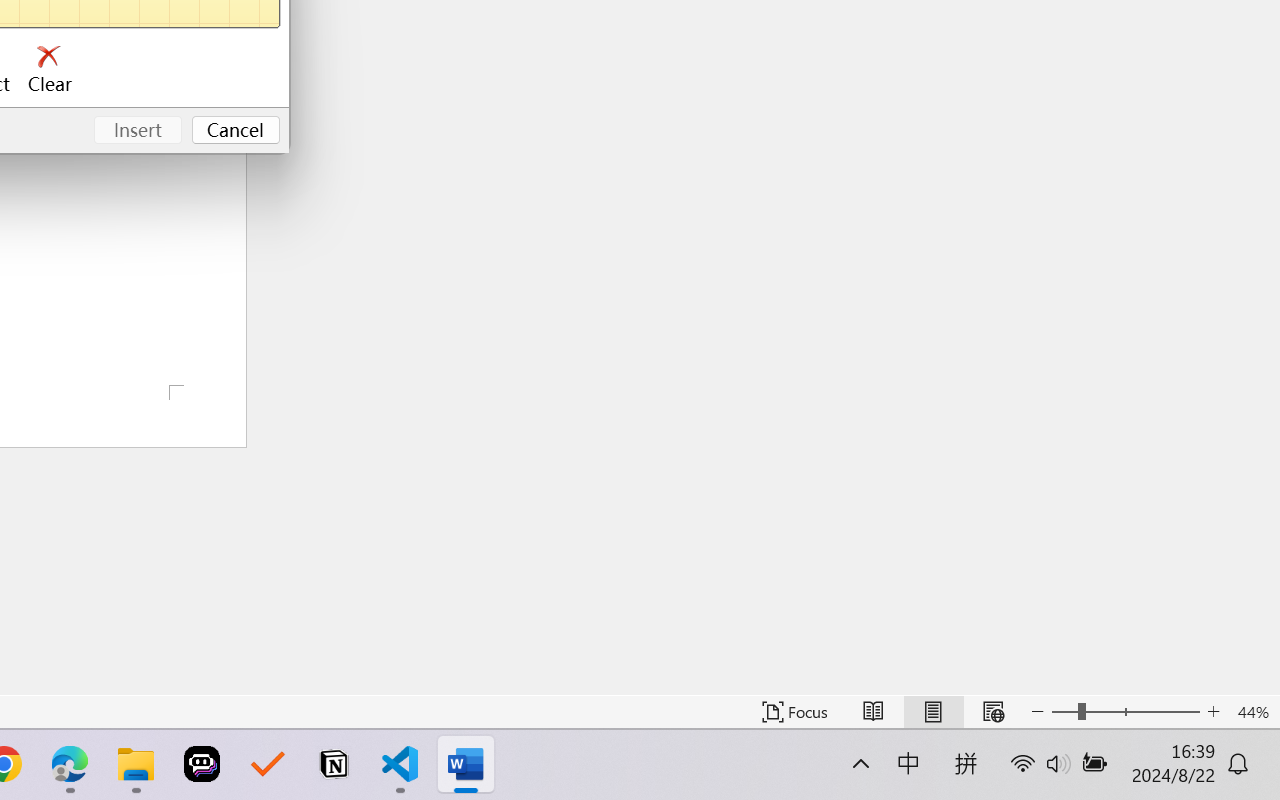 The height and width of the screenshot is (800, 1280). Describe the element at coordinates (202, 764) in the screenshot. I see `'Poe'` at that location.